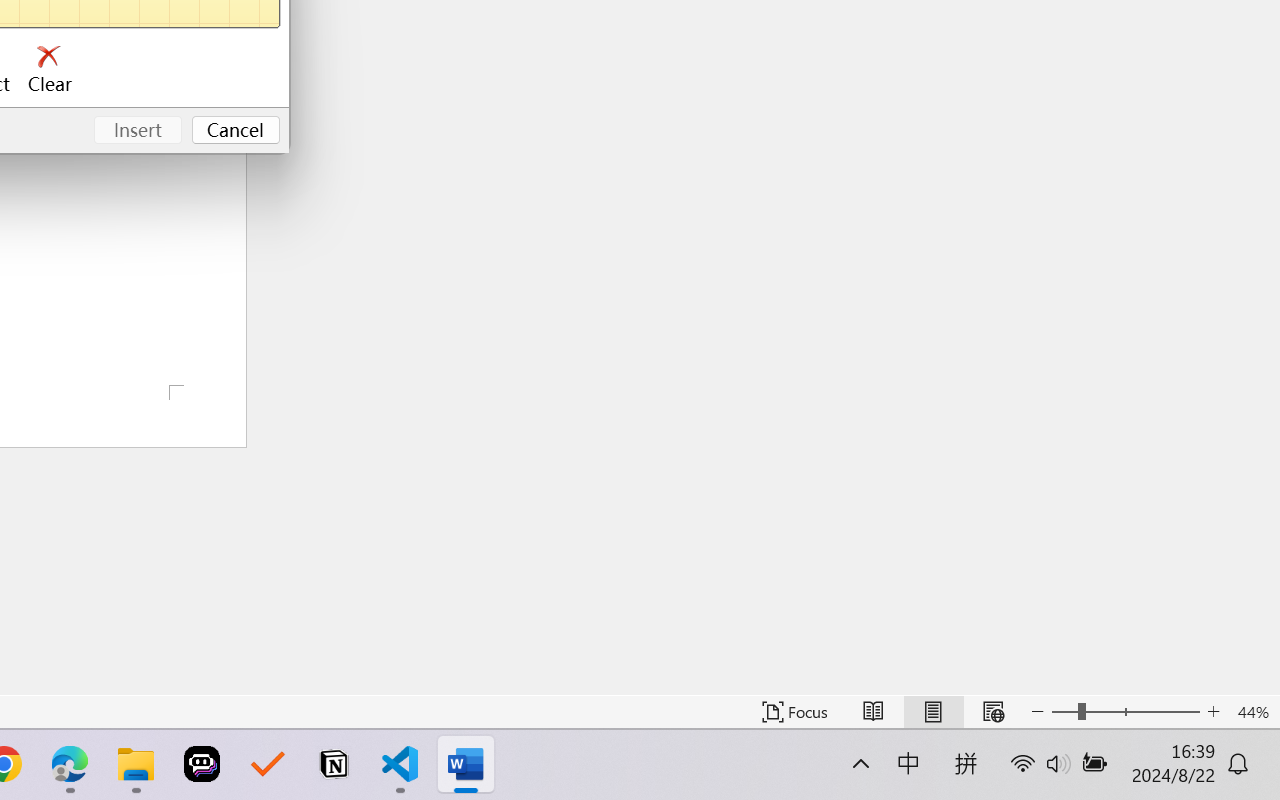 The height and width of the screenshot is (800, 1280). Describe the element at coordinates (202, 764) in the screenshot. I see `'Poe'` at that location.